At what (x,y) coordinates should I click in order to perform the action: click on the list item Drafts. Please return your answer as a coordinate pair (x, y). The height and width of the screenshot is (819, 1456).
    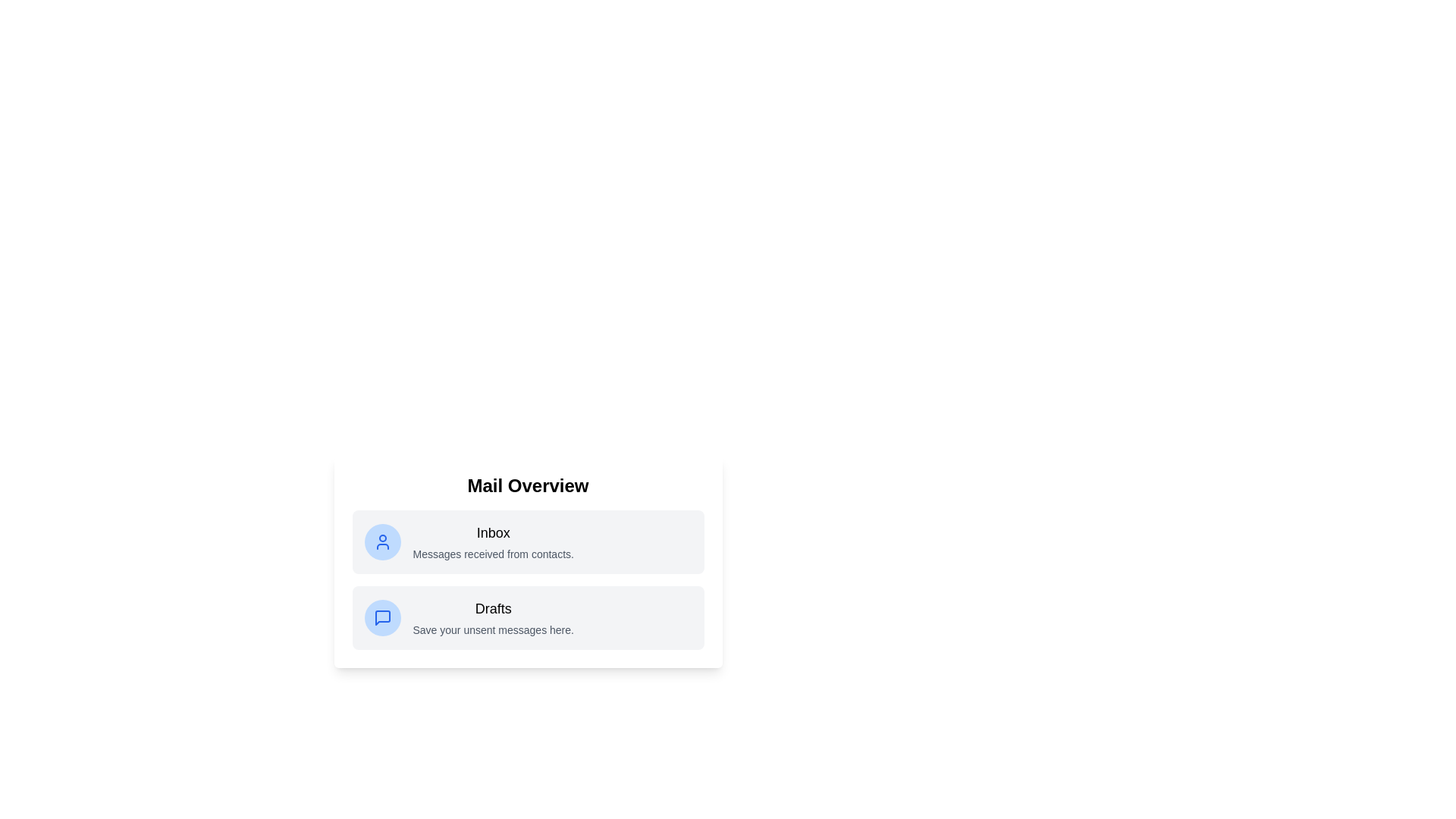
    Looking at the image, I should click on (528, 617).